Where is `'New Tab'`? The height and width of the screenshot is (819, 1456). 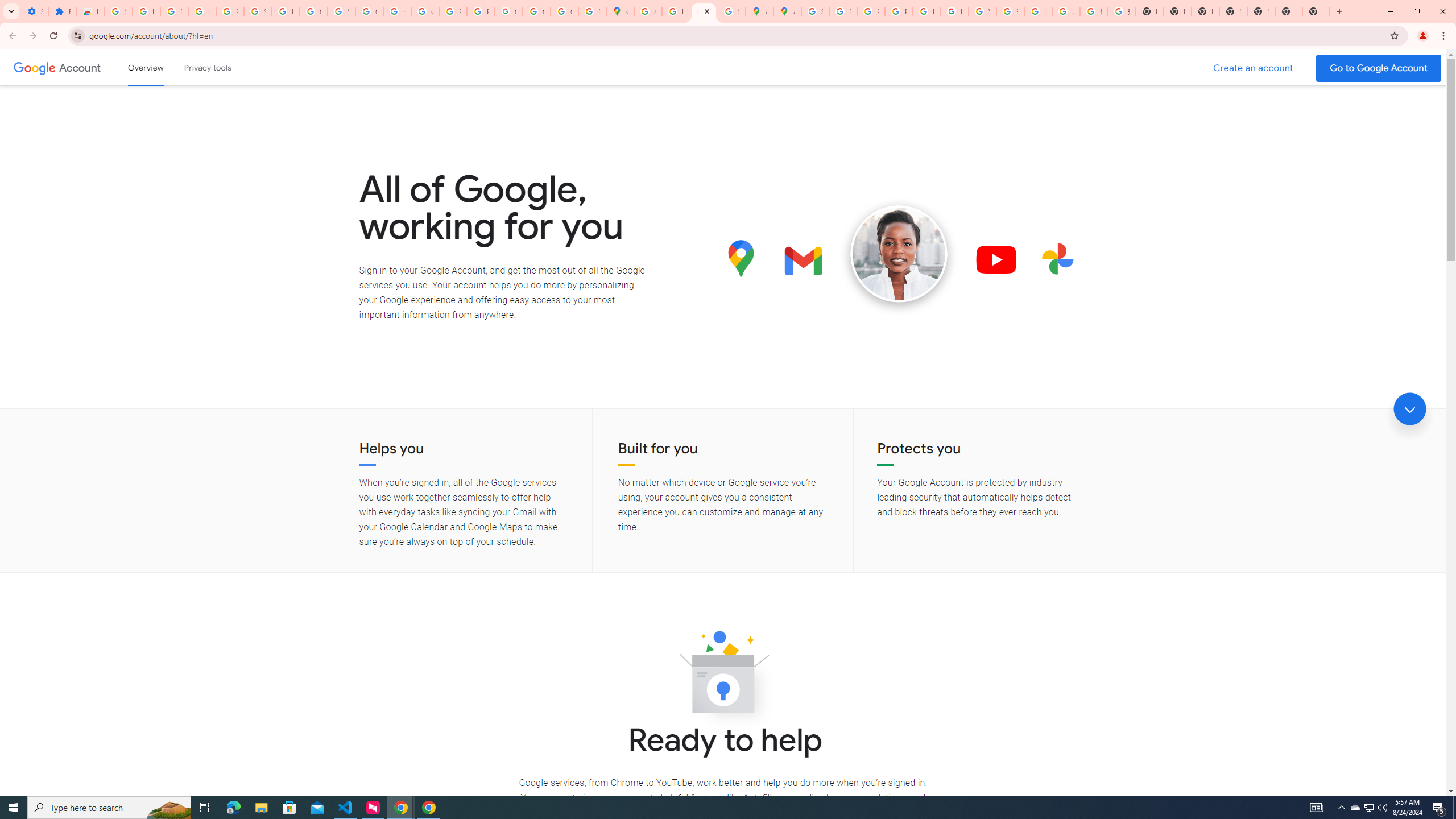 'New Tab' is located at coordinates (1316, 11).